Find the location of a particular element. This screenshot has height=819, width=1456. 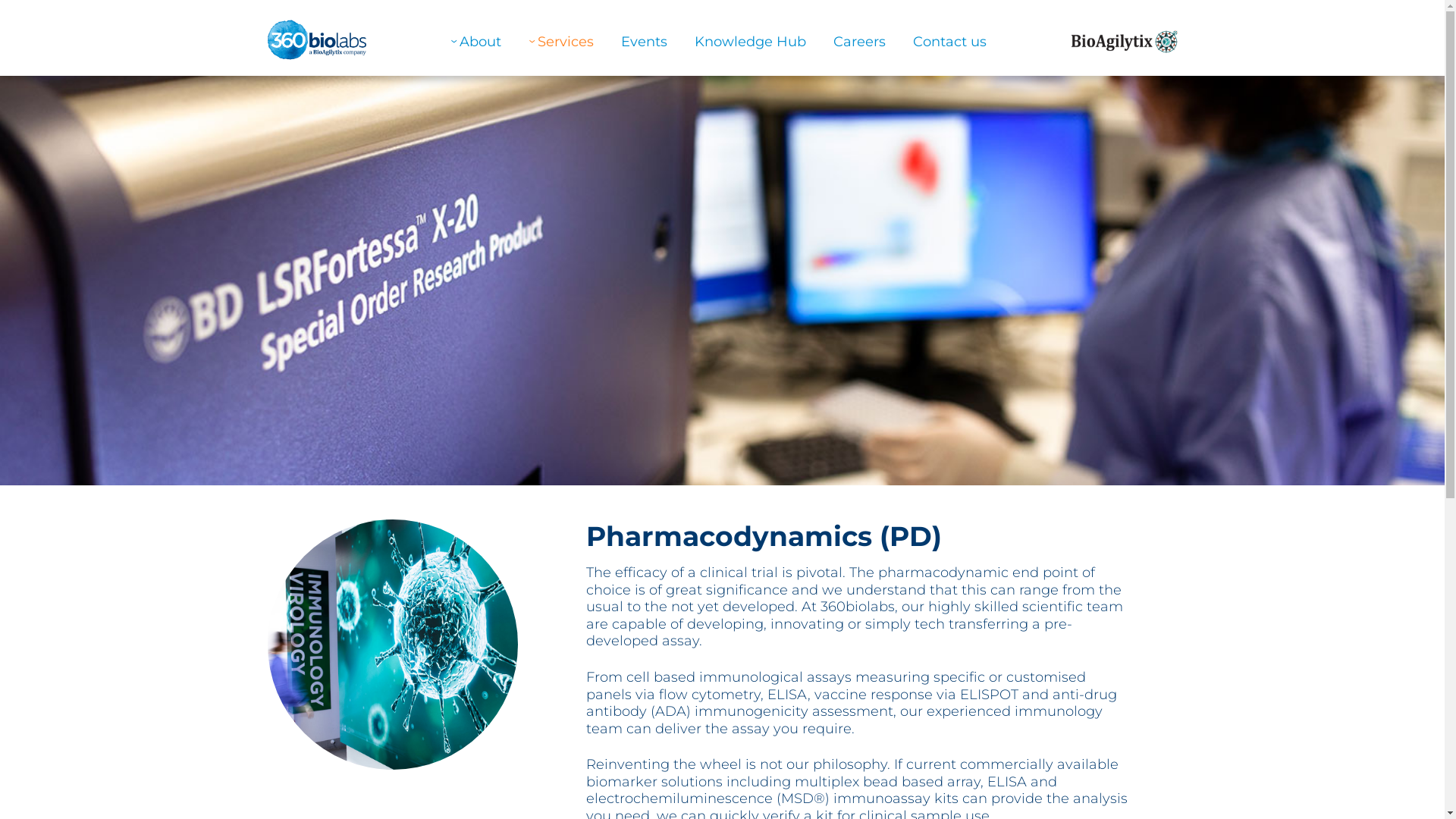

'About' is located at coordinates (475, 40).